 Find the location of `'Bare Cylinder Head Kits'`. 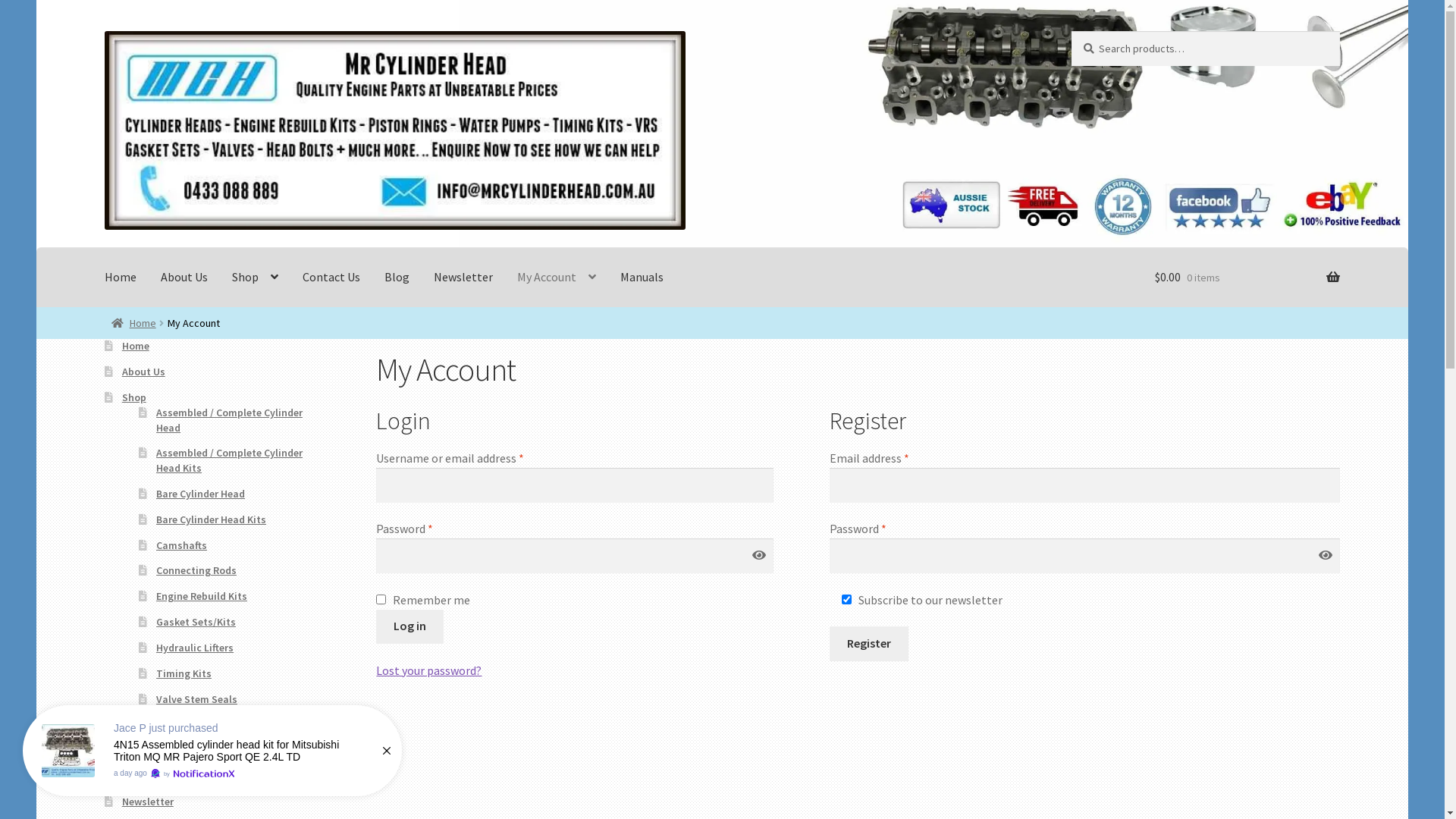

'Bare Cylinder Head Kits' is located at coordinates (210, 519).